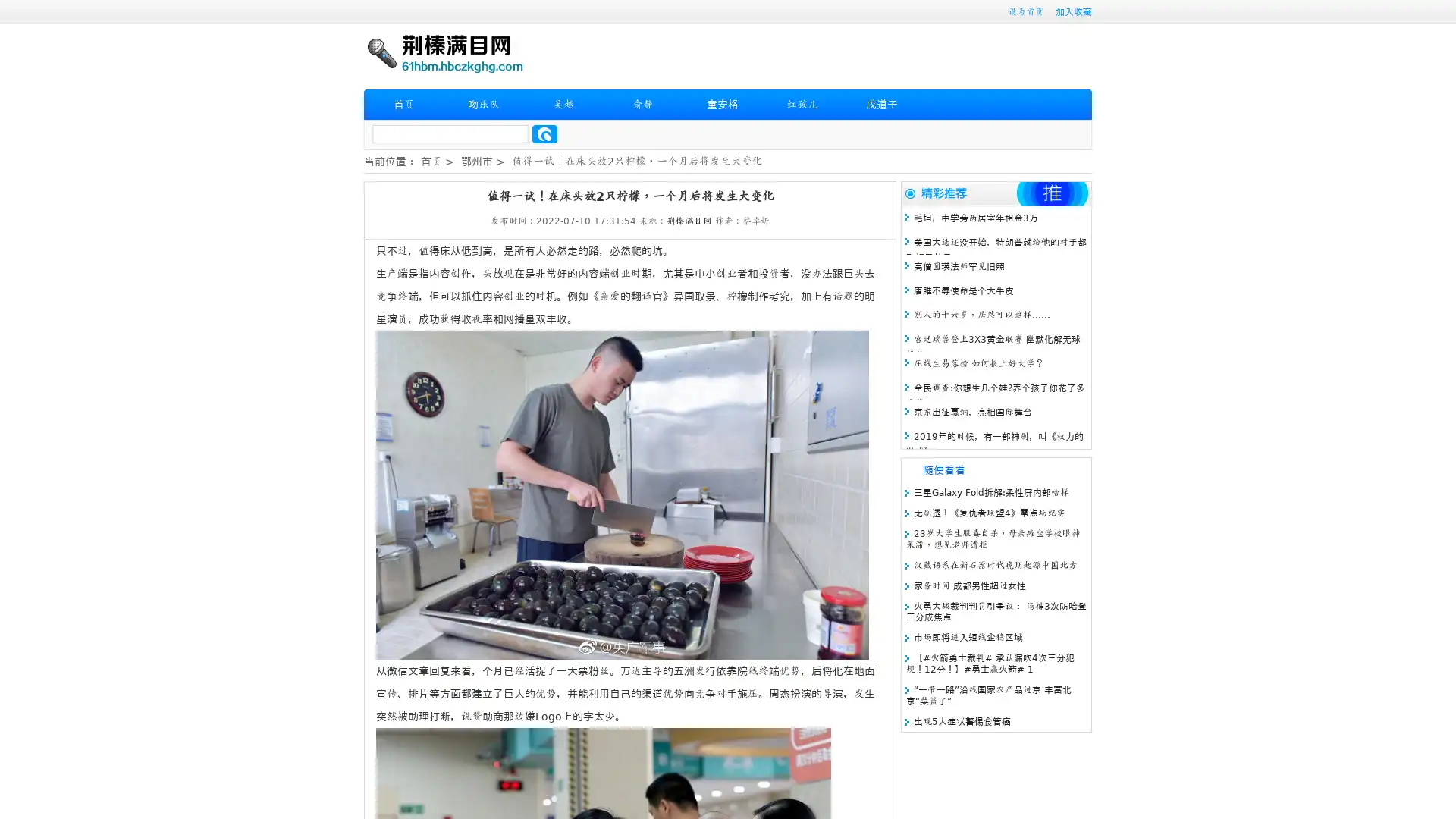 The image size is (1456, 819). Describe the element at coordinates (544, 133) in the screenshot. I see `Search` at that location.